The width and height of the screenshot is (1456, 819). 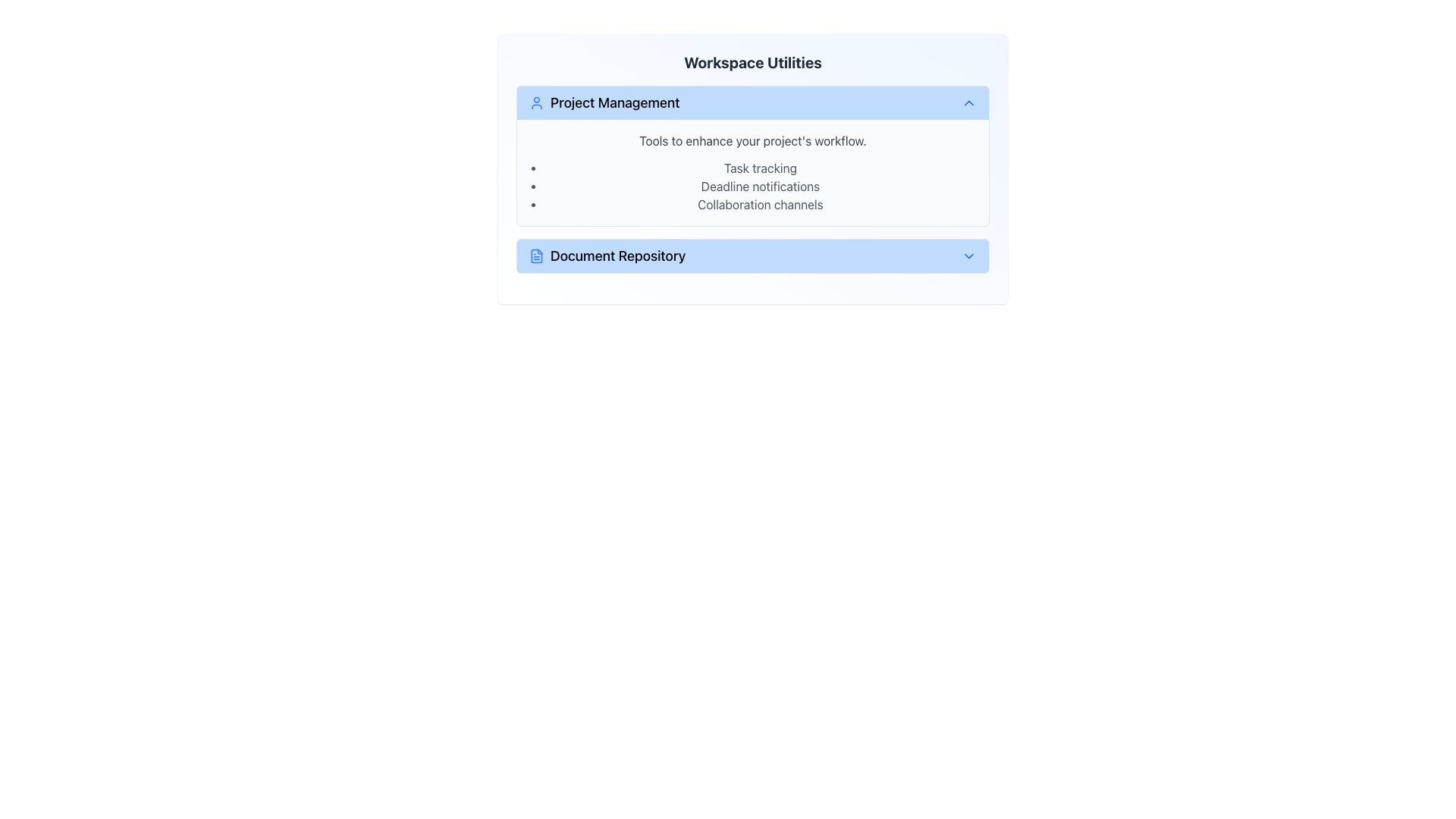 I want to click on the 'Project Management' text label with the user icon, so click(x=603, y=102).